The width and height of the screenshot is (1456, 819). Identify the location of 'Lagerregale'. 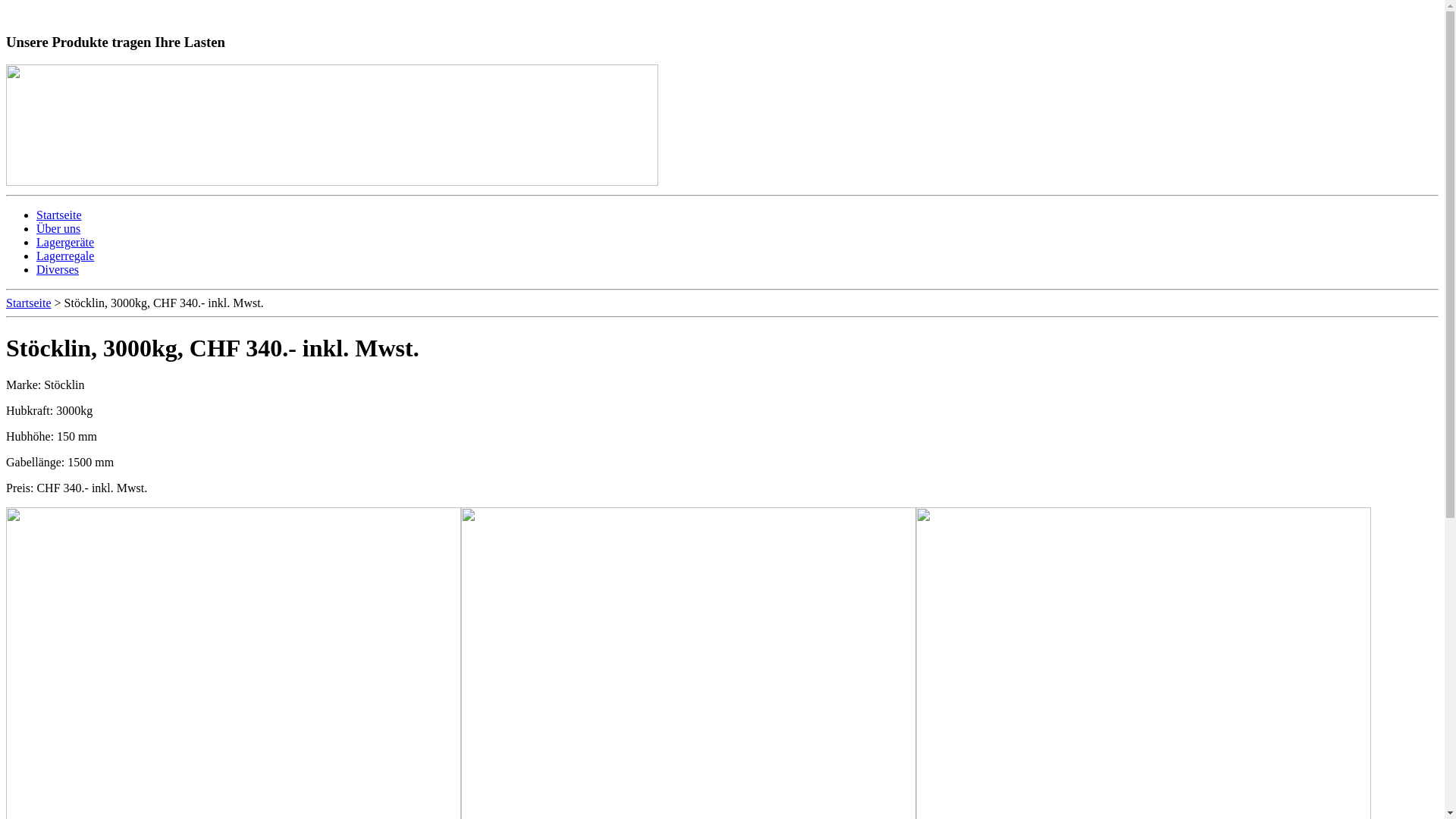
(36, 255).